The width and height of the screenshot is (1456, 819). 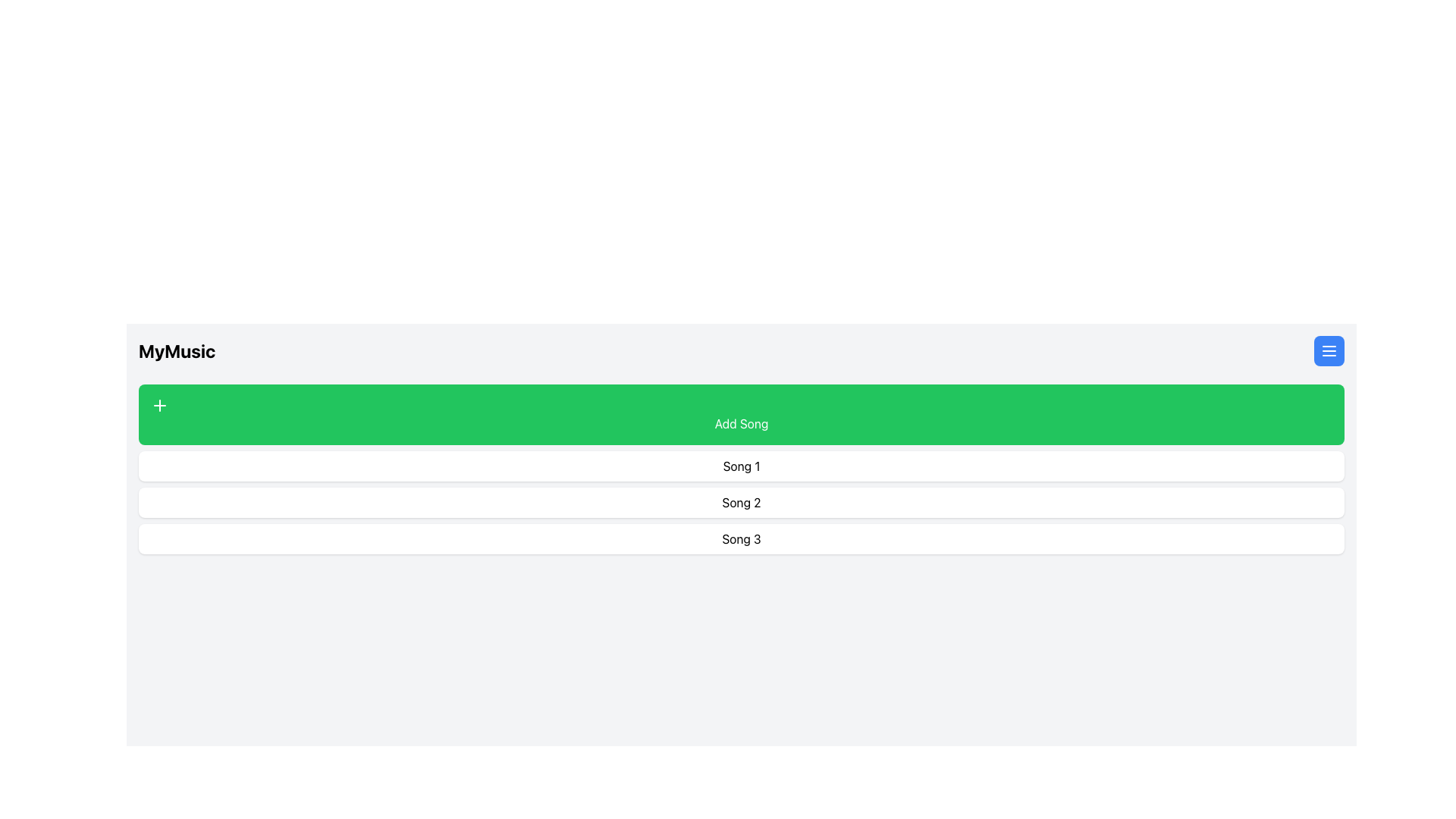 I want to click on the text display box that corresponds to 'Song 3', which is the third item in a vertically stacked list of three similar white rounded areas below the green 'Add Song' button, so click(x=742, y=538).